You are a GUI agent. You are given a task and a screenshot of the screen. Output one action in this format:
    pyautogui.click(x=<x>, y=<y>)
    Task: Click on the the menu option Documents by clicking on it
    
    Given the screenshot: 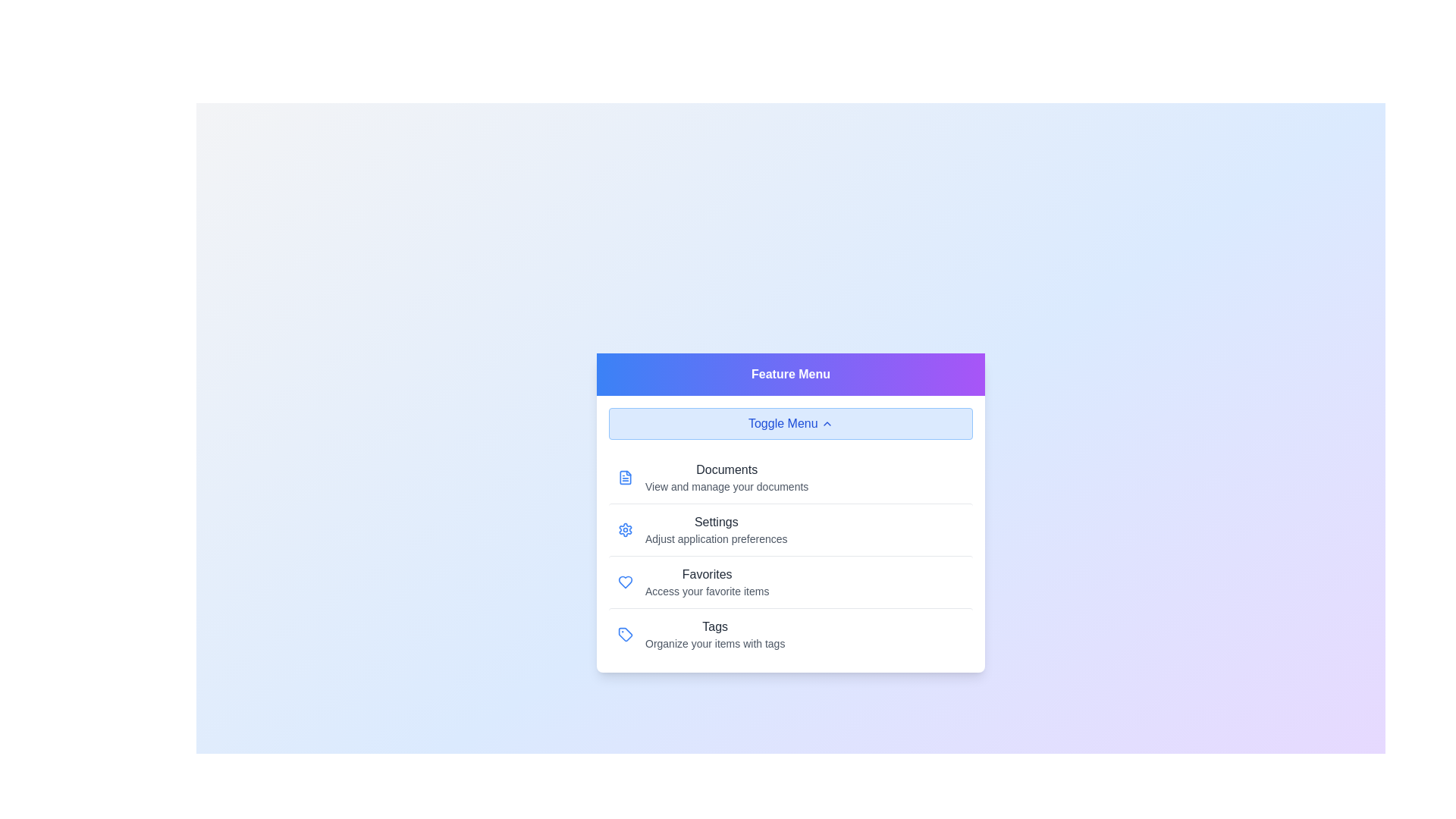 What is the action you would take?
    pyautogui.click(x=789, y=476)
    